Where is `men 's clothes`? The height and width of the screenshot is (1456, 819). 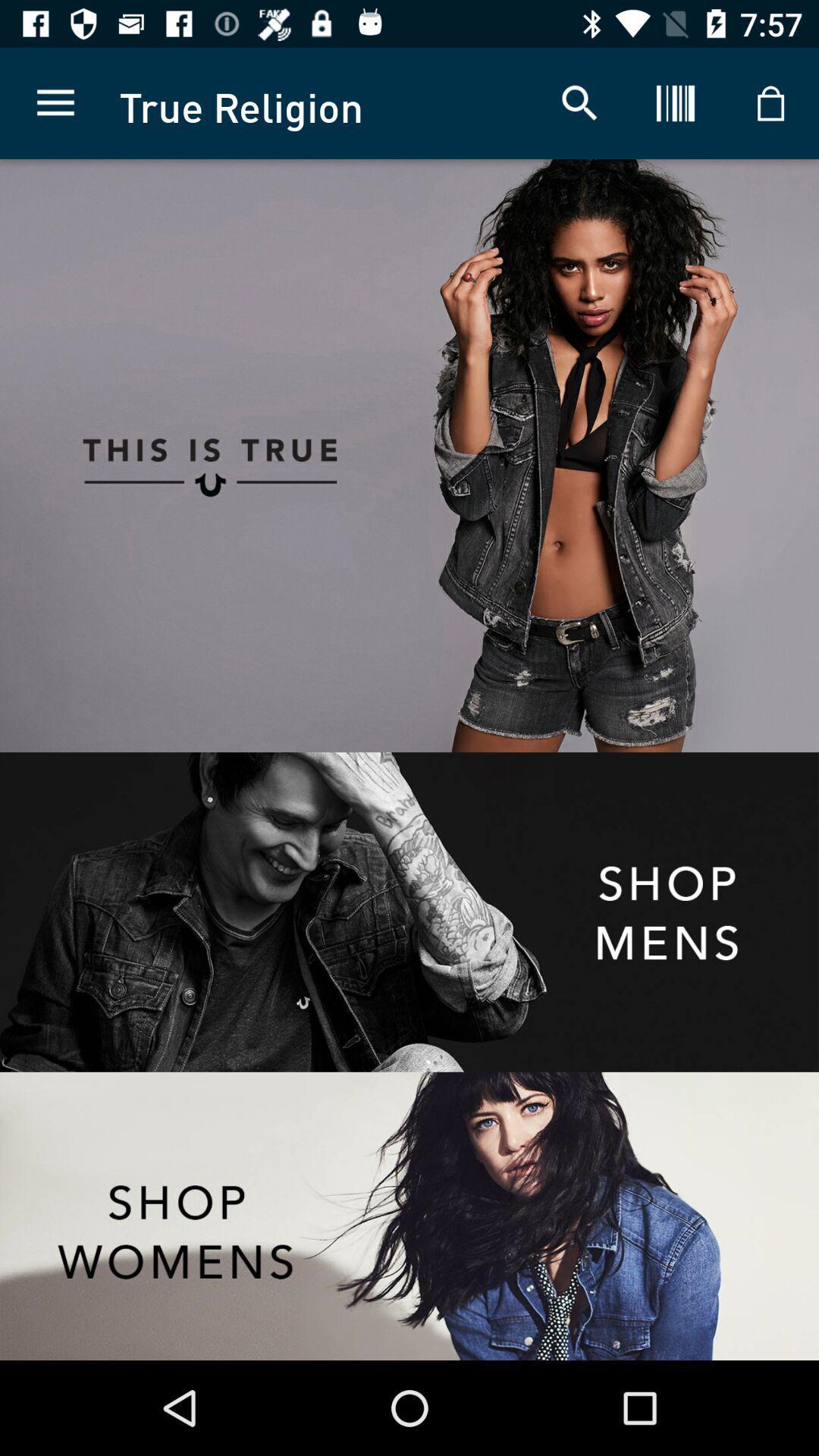
men 's clothes is located at coordinates (409, 912).